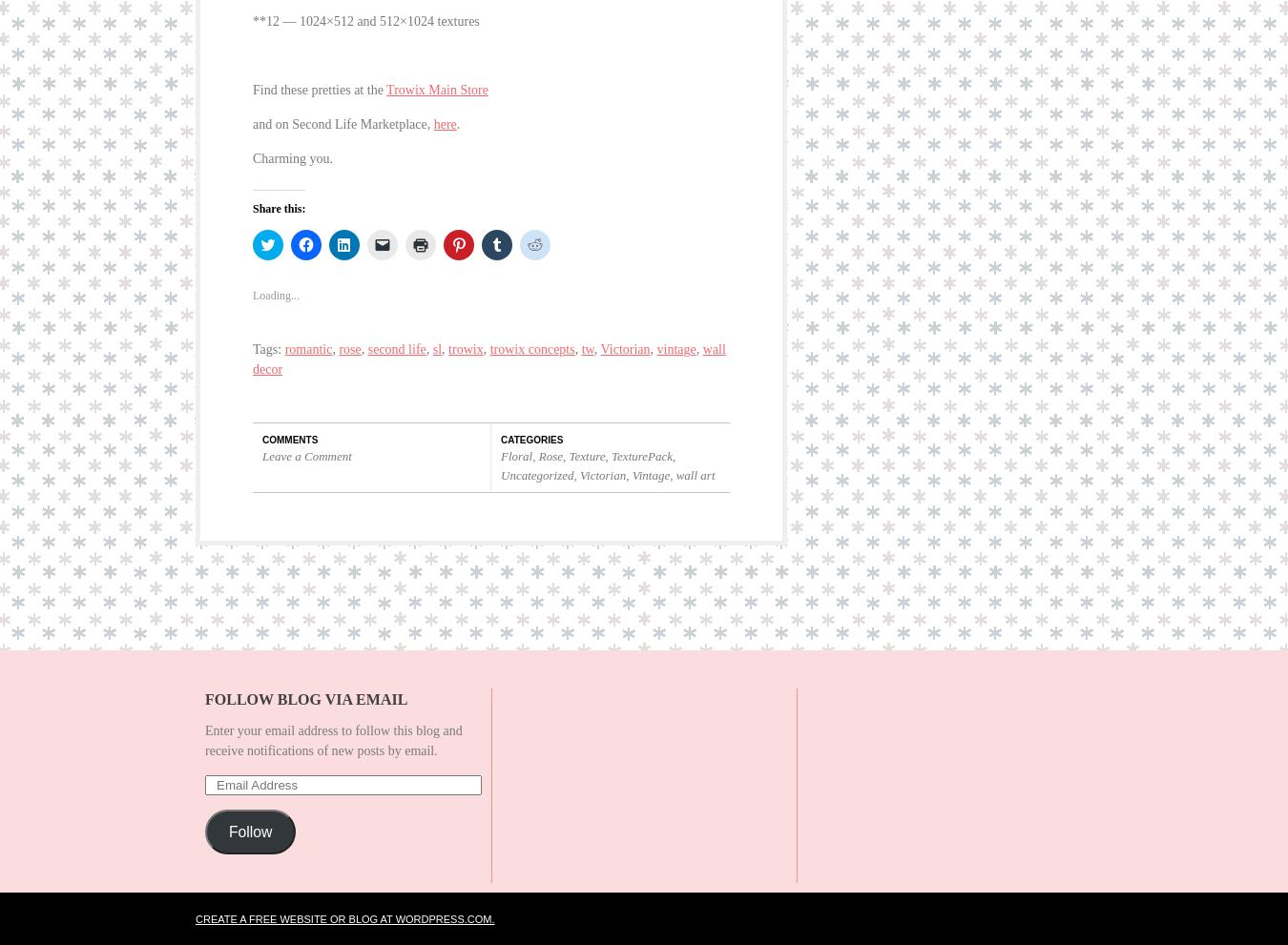 The width and height of the screenshot is (1288, 945). What do you see at coordinates (344, 899) in the screenshot?
I see `'Create a free website or blog at WordPress.com.'` at bounding box center [344, 899].